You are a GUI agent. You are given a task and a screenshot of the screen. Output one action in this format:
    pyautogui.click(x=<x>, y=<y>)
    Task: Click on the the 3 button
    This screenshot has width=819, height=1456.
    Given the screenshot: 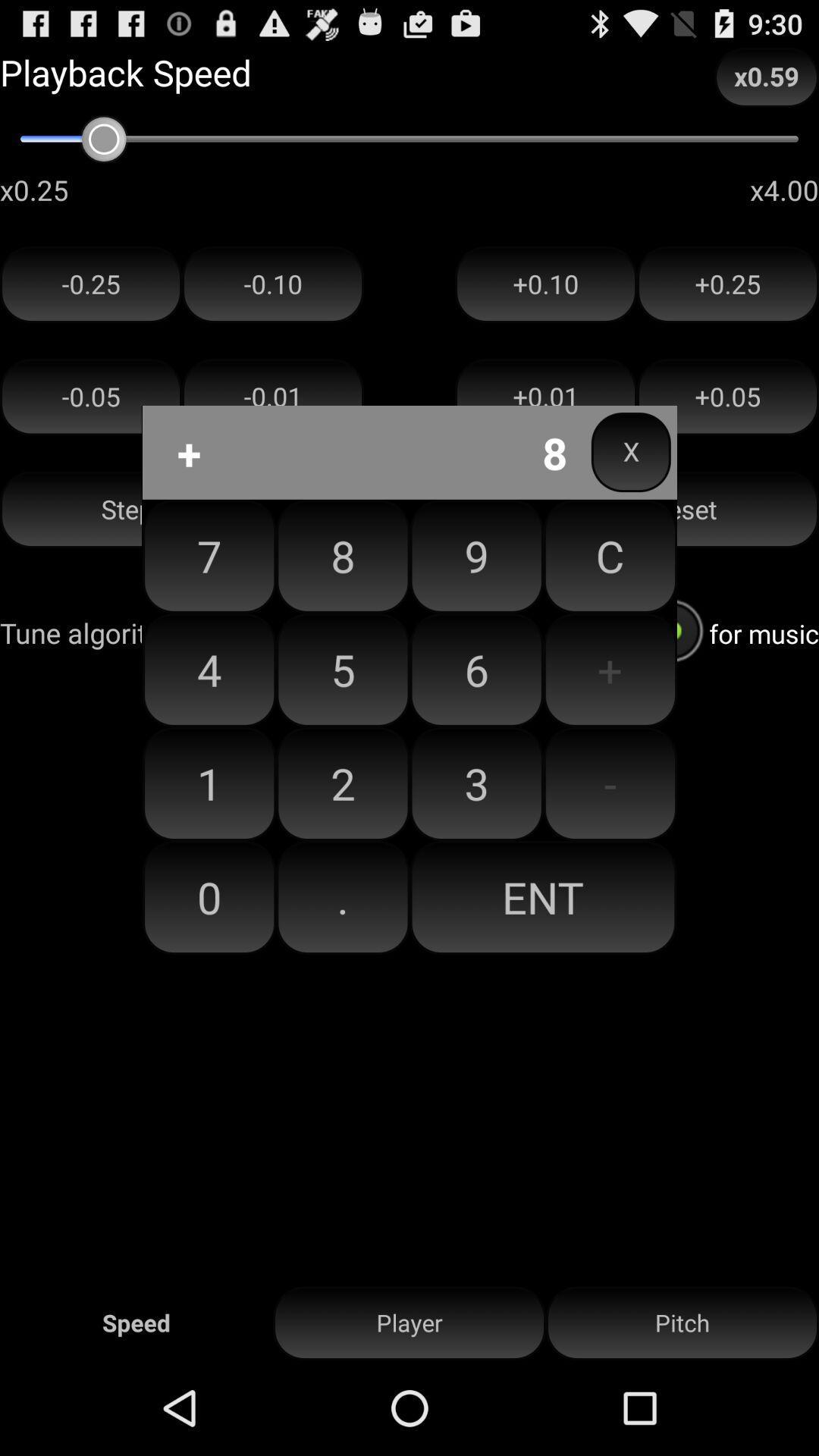 What is the action you would take?
    pyautogui.click(x=475, y=783)
    